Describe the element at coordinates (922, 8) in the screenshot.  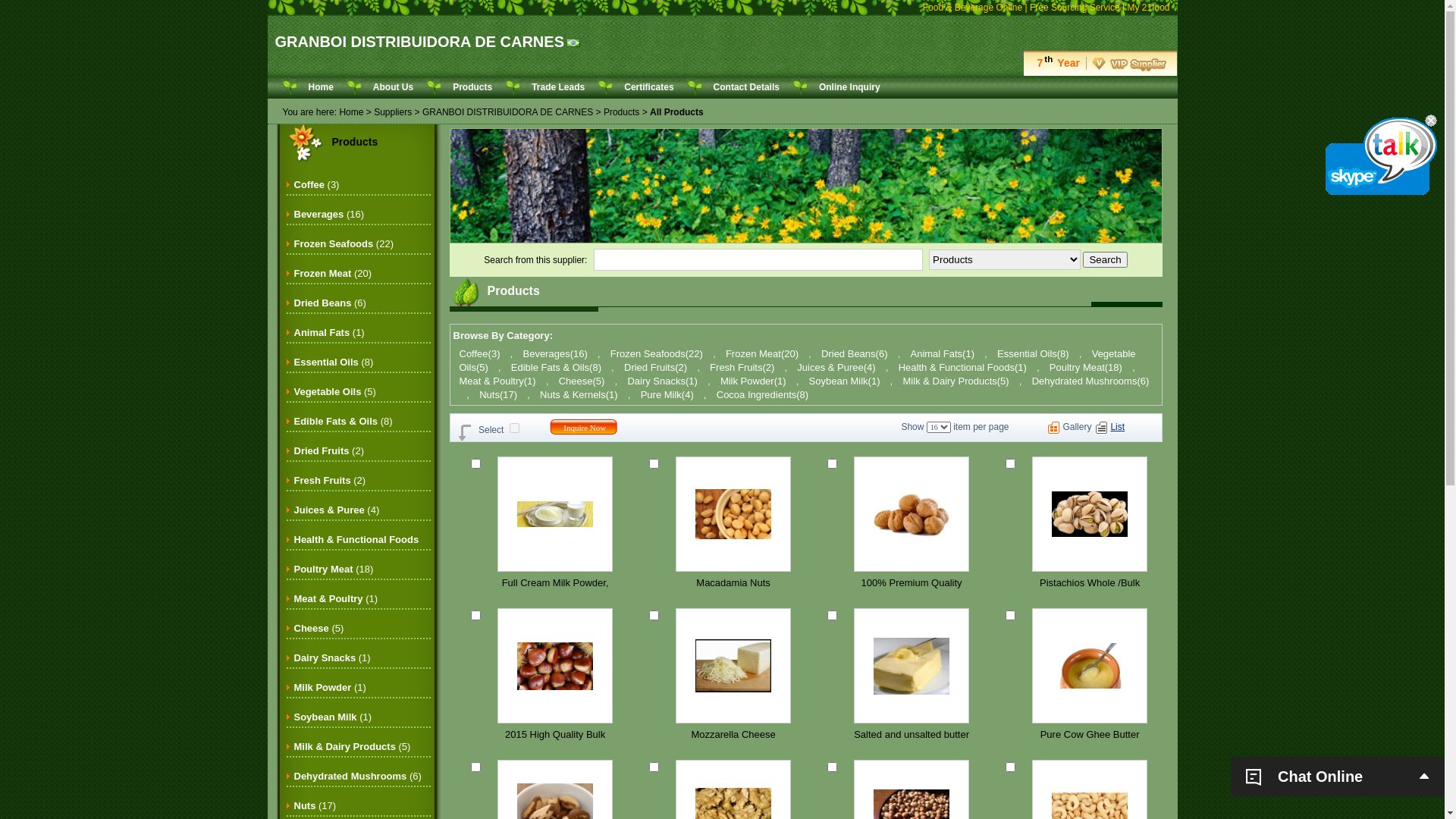
I see `'Food & Beverage Online'` at that location.